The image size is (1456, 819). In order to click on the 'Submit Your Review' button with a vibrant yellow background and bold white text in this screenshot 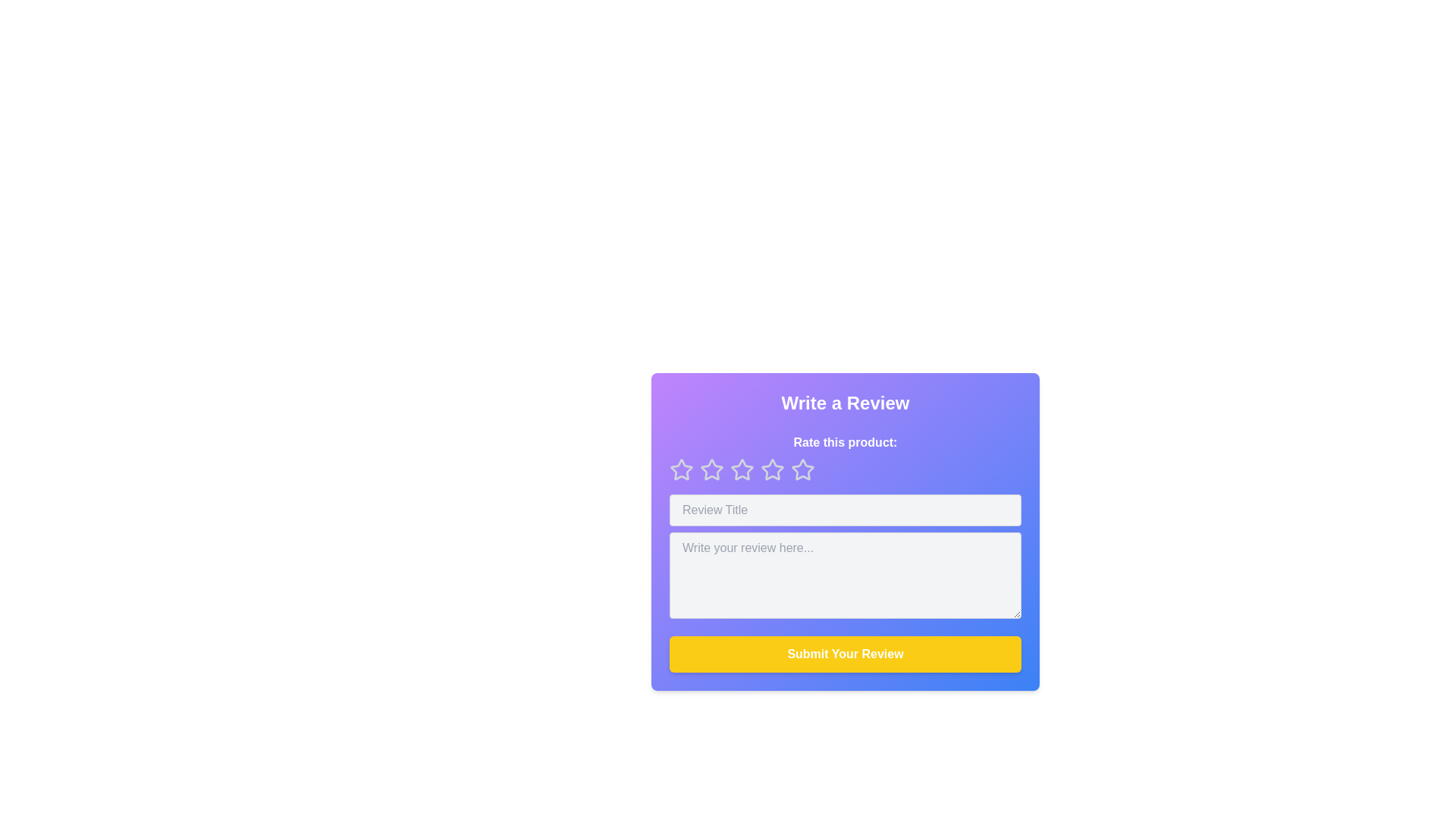, I will do `click(844, 654)`.